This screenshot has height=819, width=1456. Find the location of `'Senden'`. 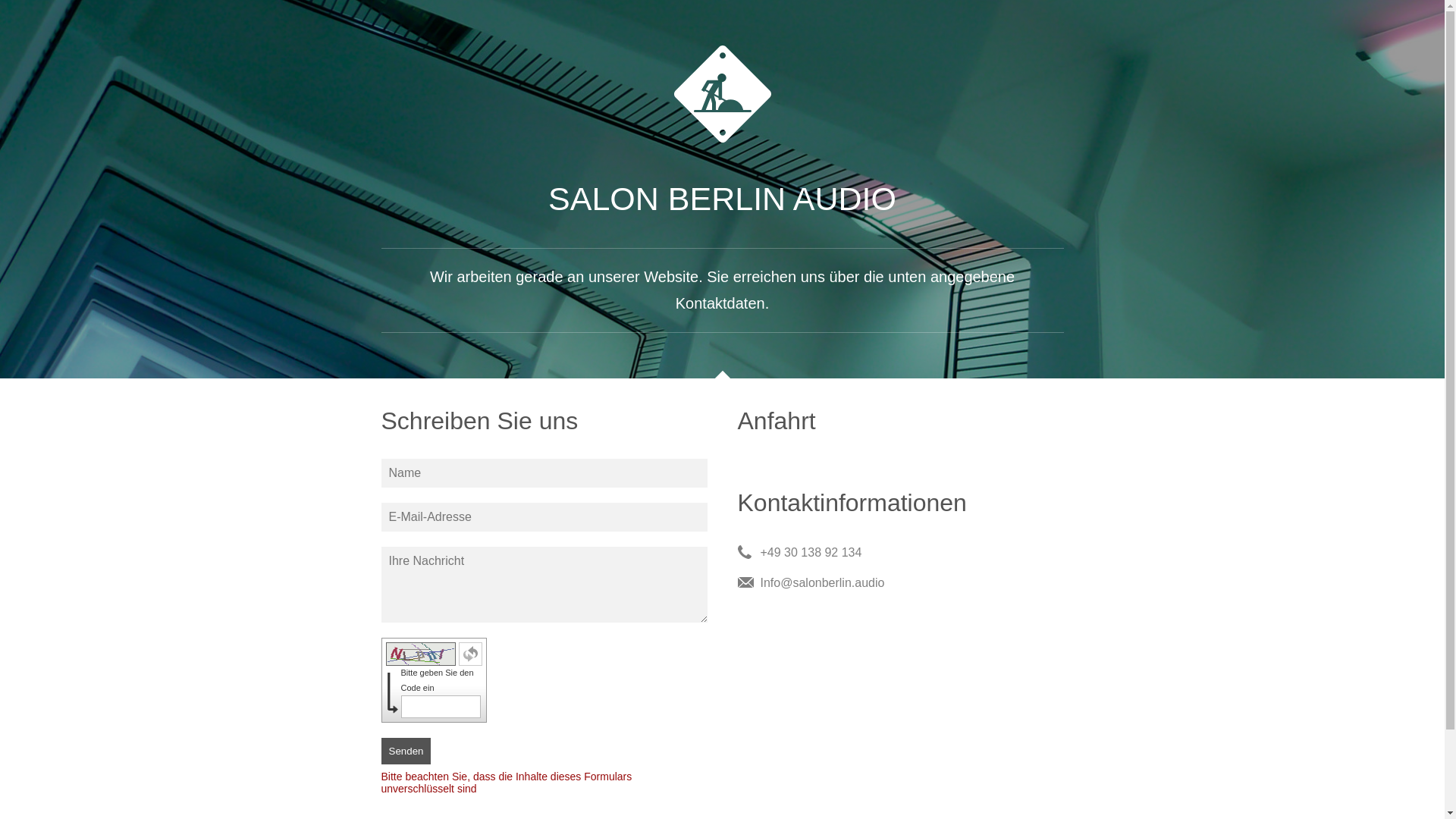

'Senden' is located at coordinates (405, 751).